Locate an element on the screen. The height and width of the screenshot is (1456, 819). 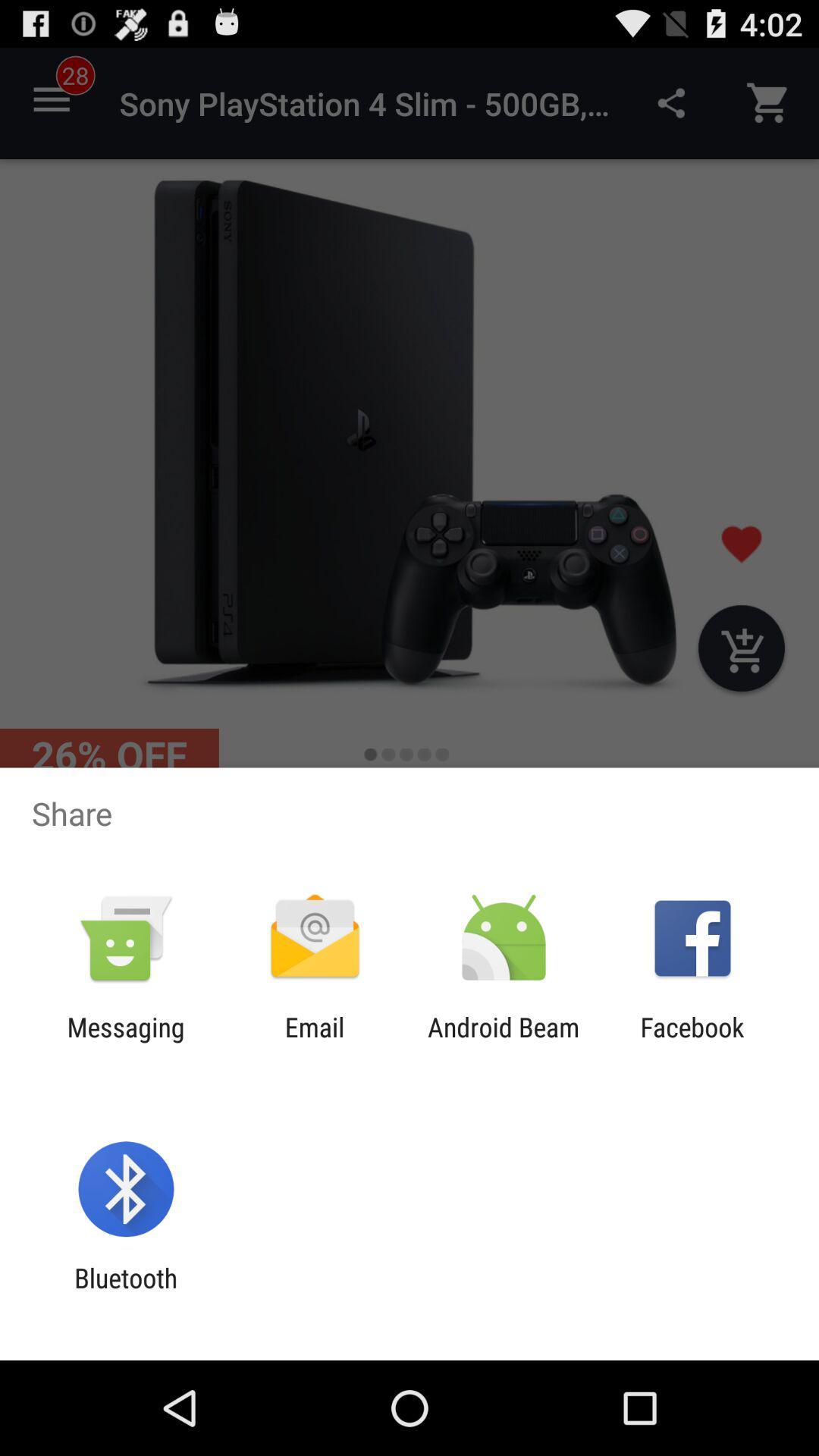
email item is located at coordinates (314, 1042).